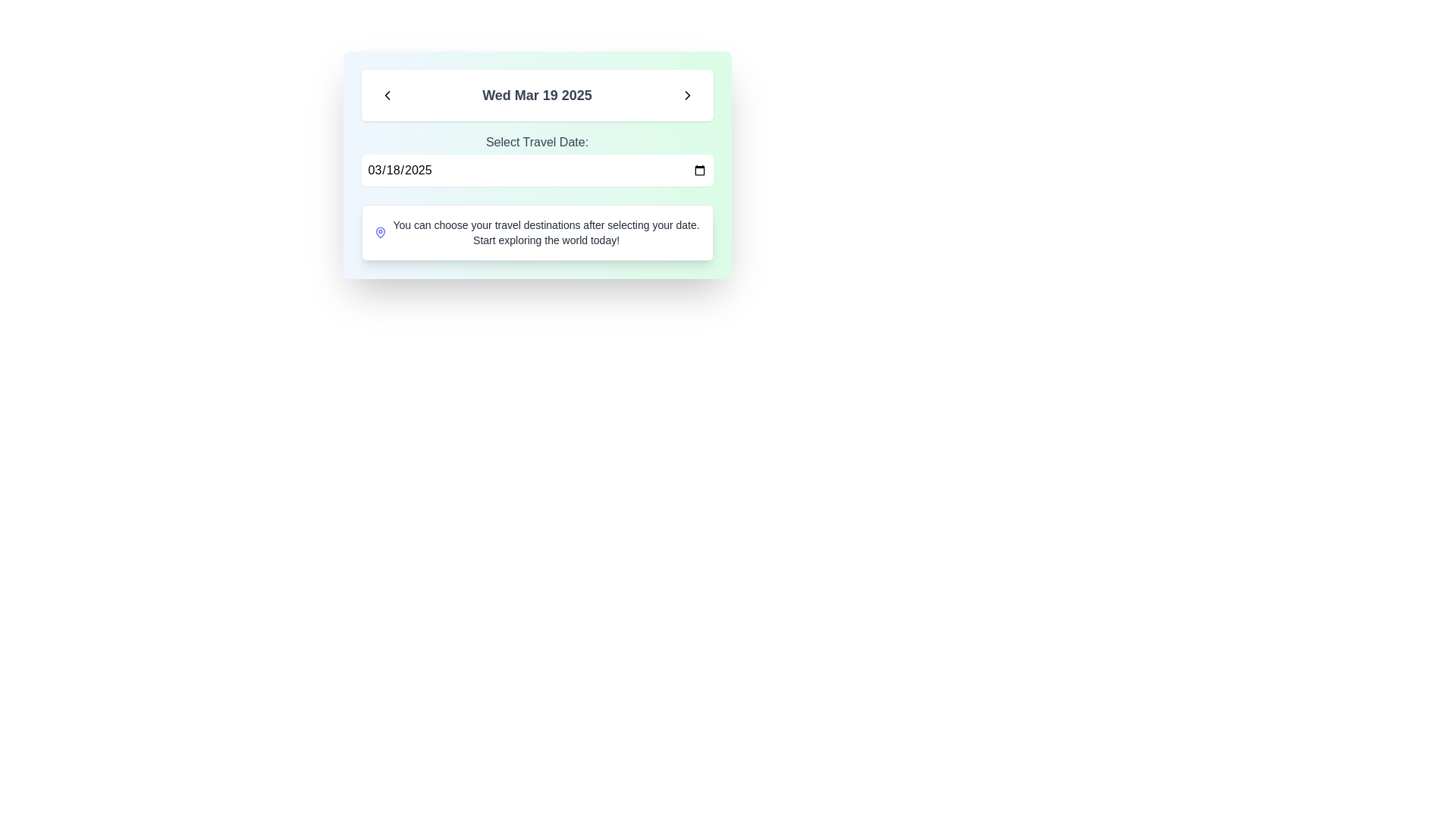  What do you see at coordinates (387, 96) in the screenshot?
I see `the navigational icon located to the left of the text 'Wed Mar 19 2025'` at bounding box center [387, 96].